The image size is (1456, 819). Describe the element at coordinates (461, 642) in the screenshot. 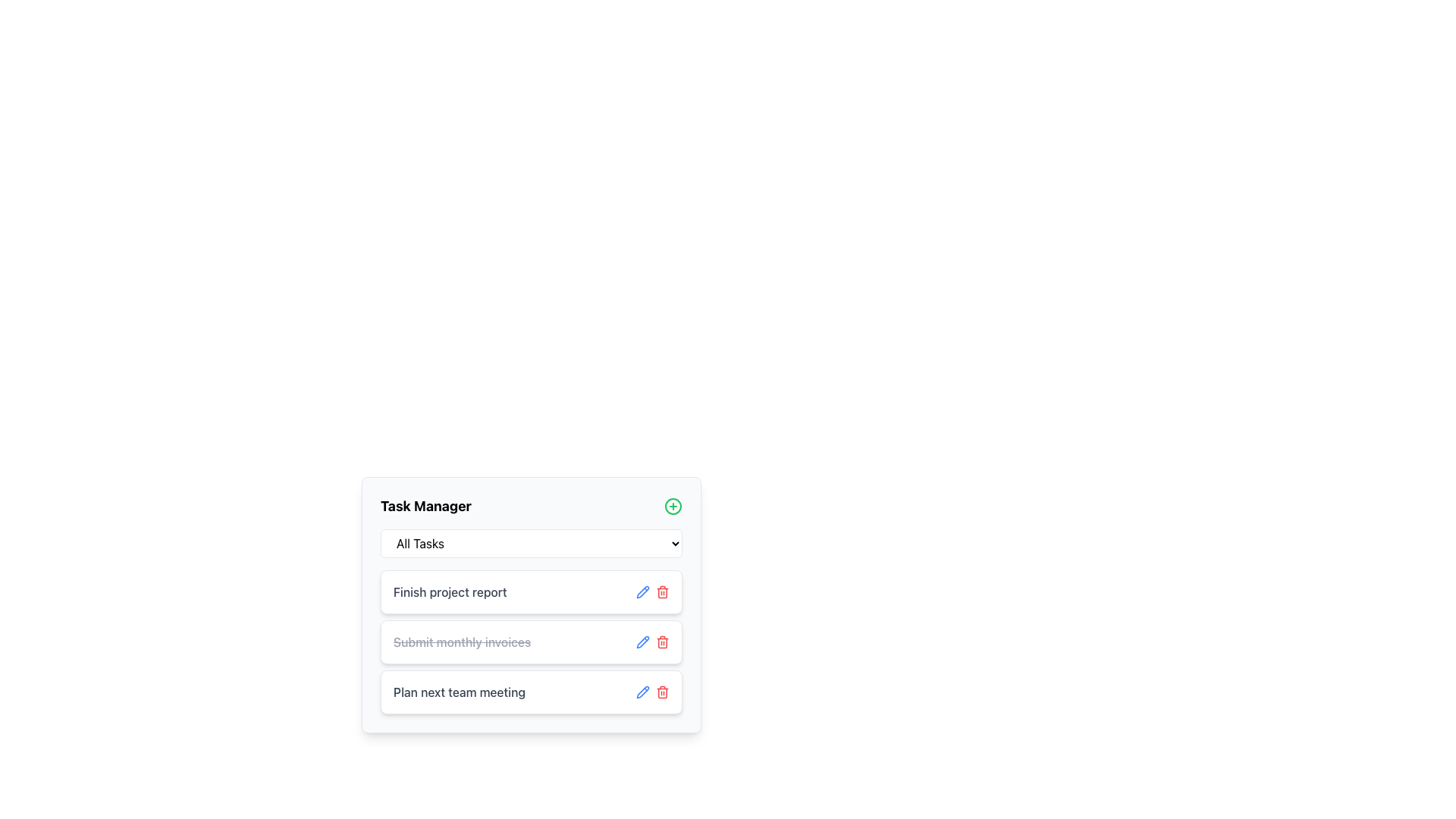

I see `the text element that reads 'Submit monthly invoices', which is styled with a gray color and has a line-through decoration, indicating it might represent a completed task` at that location.